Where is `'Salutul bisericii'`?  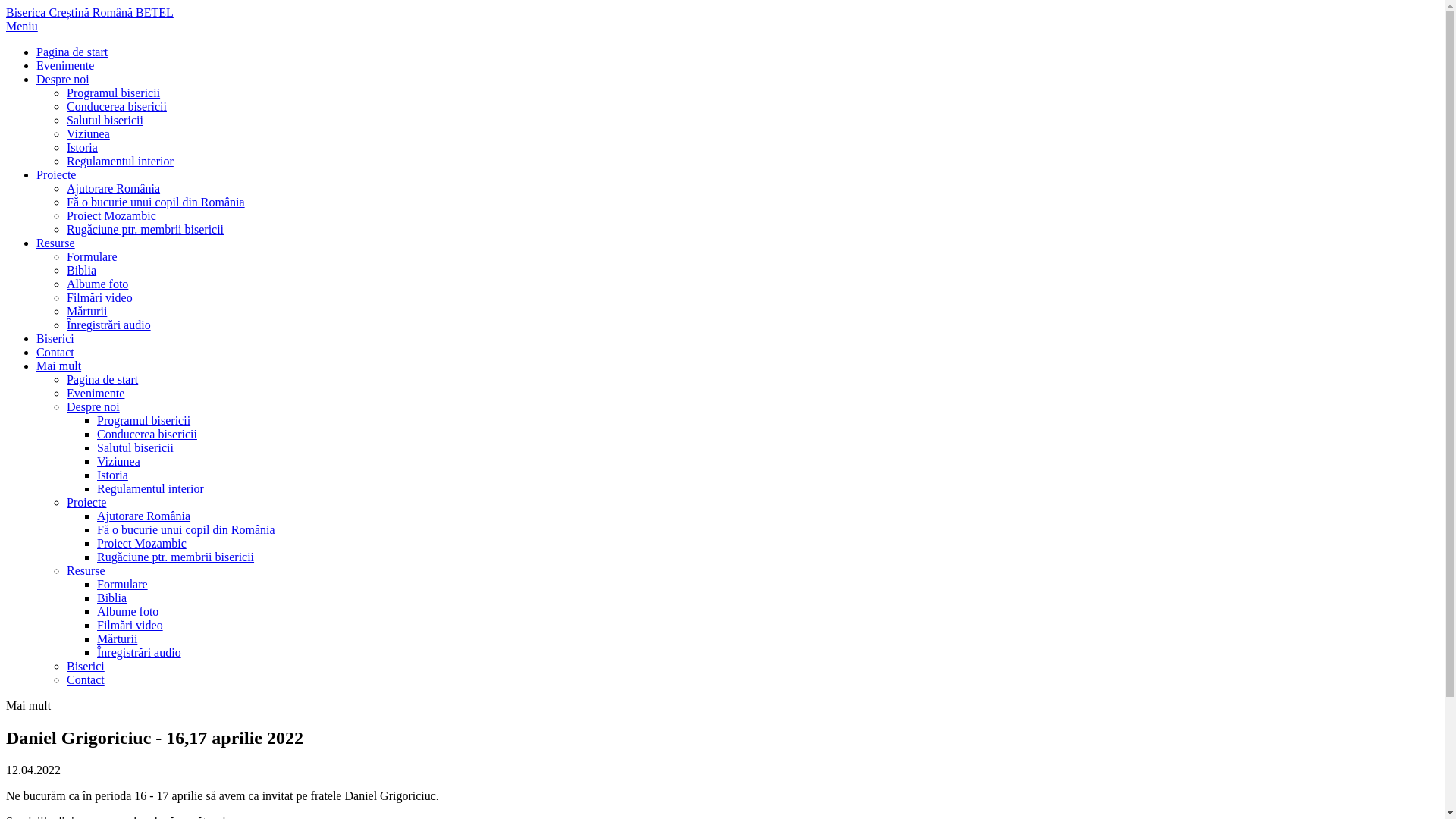
'Salutul bisericii' is located at coordinates (96, 447).